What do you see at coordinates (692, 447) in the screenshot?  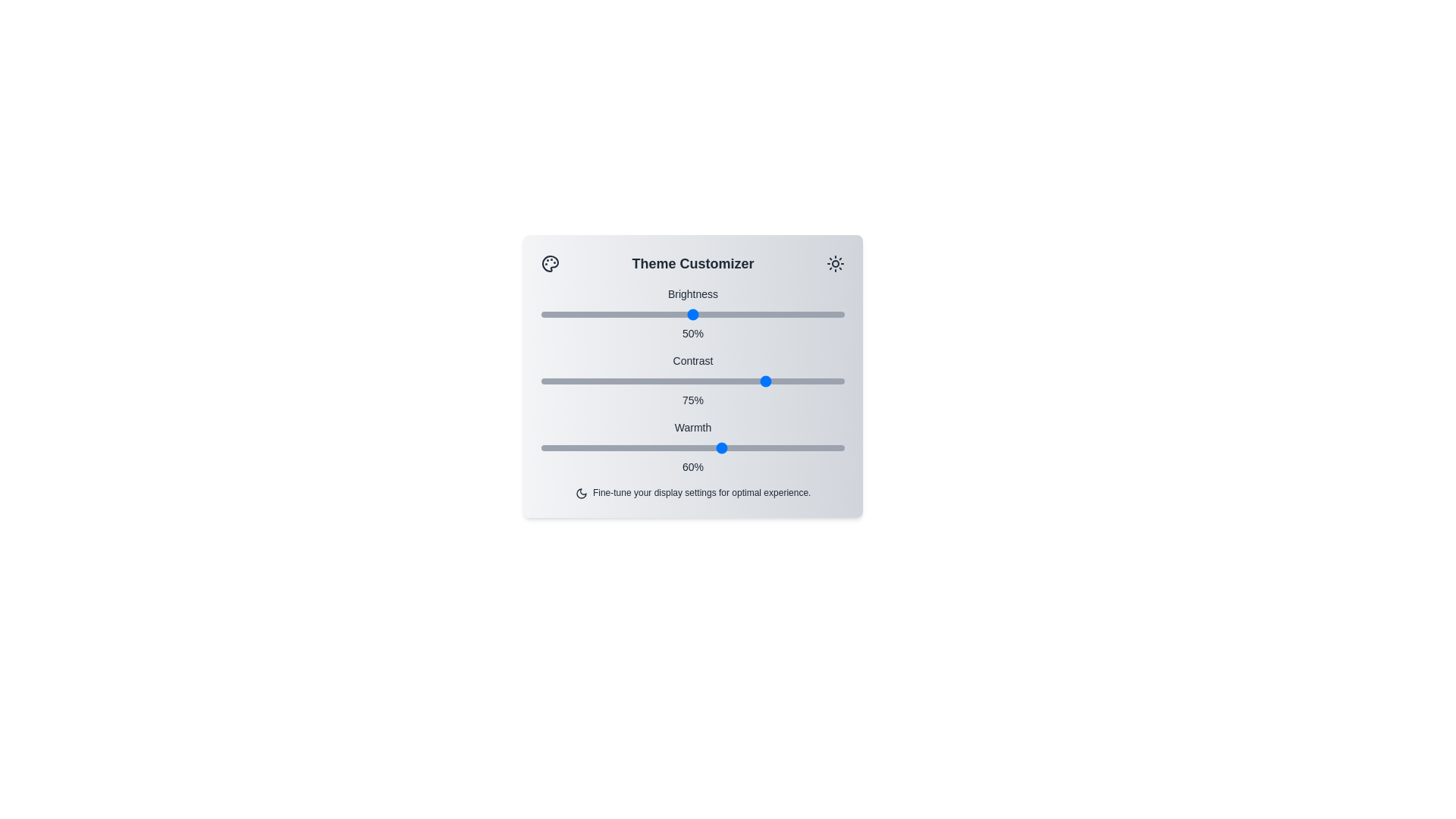 I see `the slider for warmth` at bounding box center [692, 447].